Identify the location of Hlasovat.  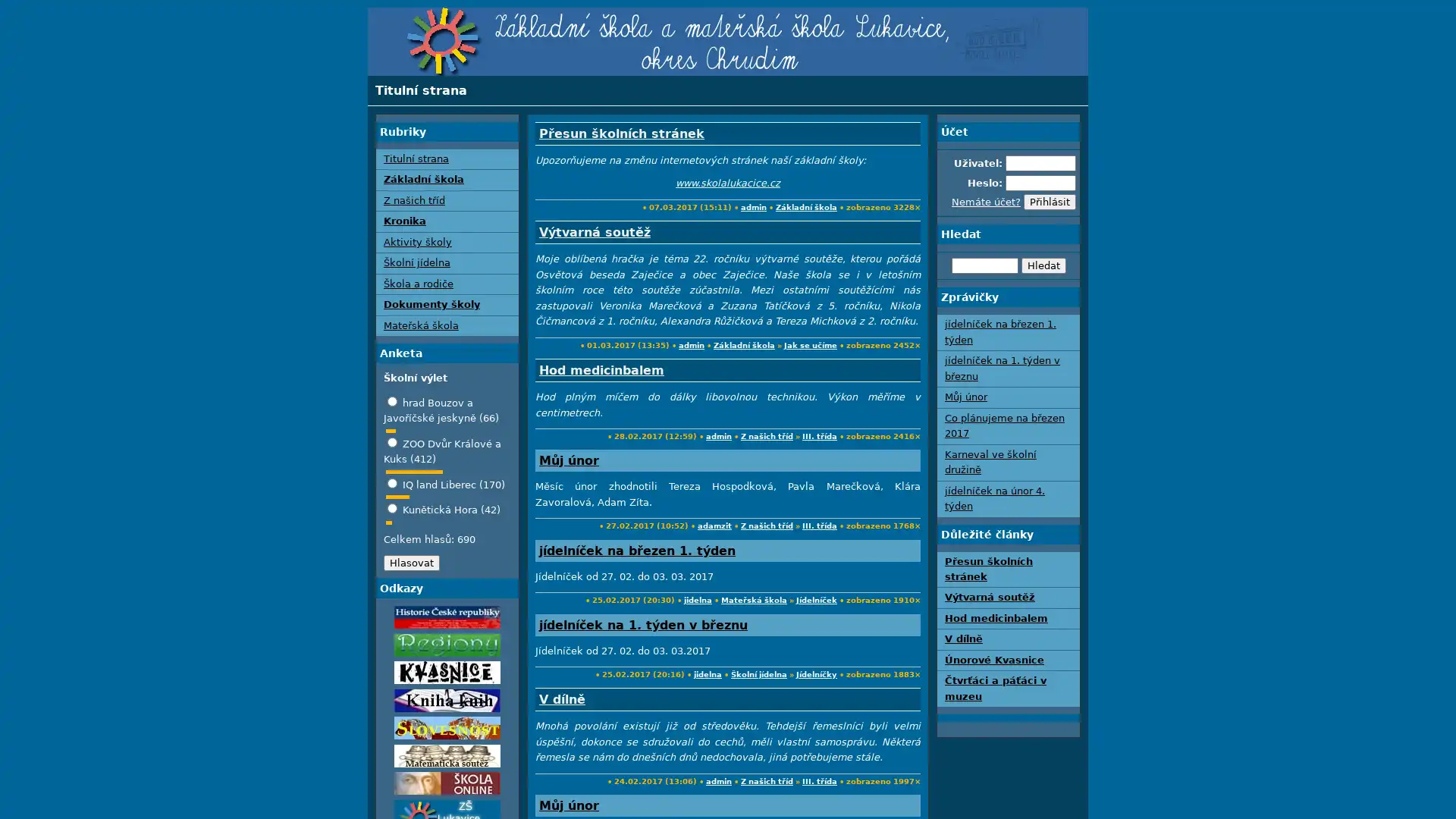
(411, 562).